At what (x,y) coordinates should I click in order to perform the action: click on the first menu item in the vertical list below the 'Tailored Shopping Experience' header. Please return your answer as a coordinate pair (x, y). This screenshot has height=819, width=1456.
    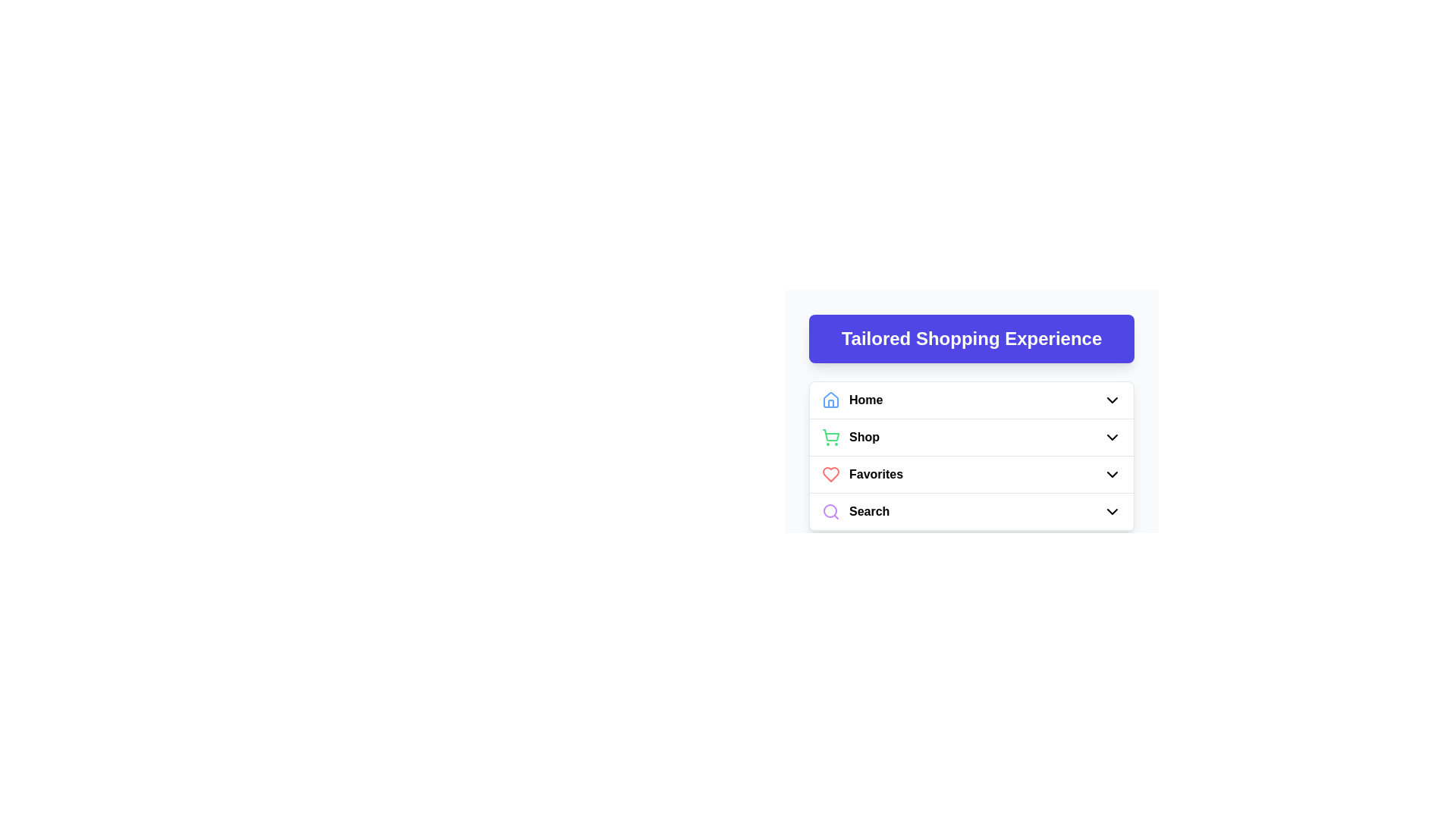
    Looking at the image, I should click on (852, 400).